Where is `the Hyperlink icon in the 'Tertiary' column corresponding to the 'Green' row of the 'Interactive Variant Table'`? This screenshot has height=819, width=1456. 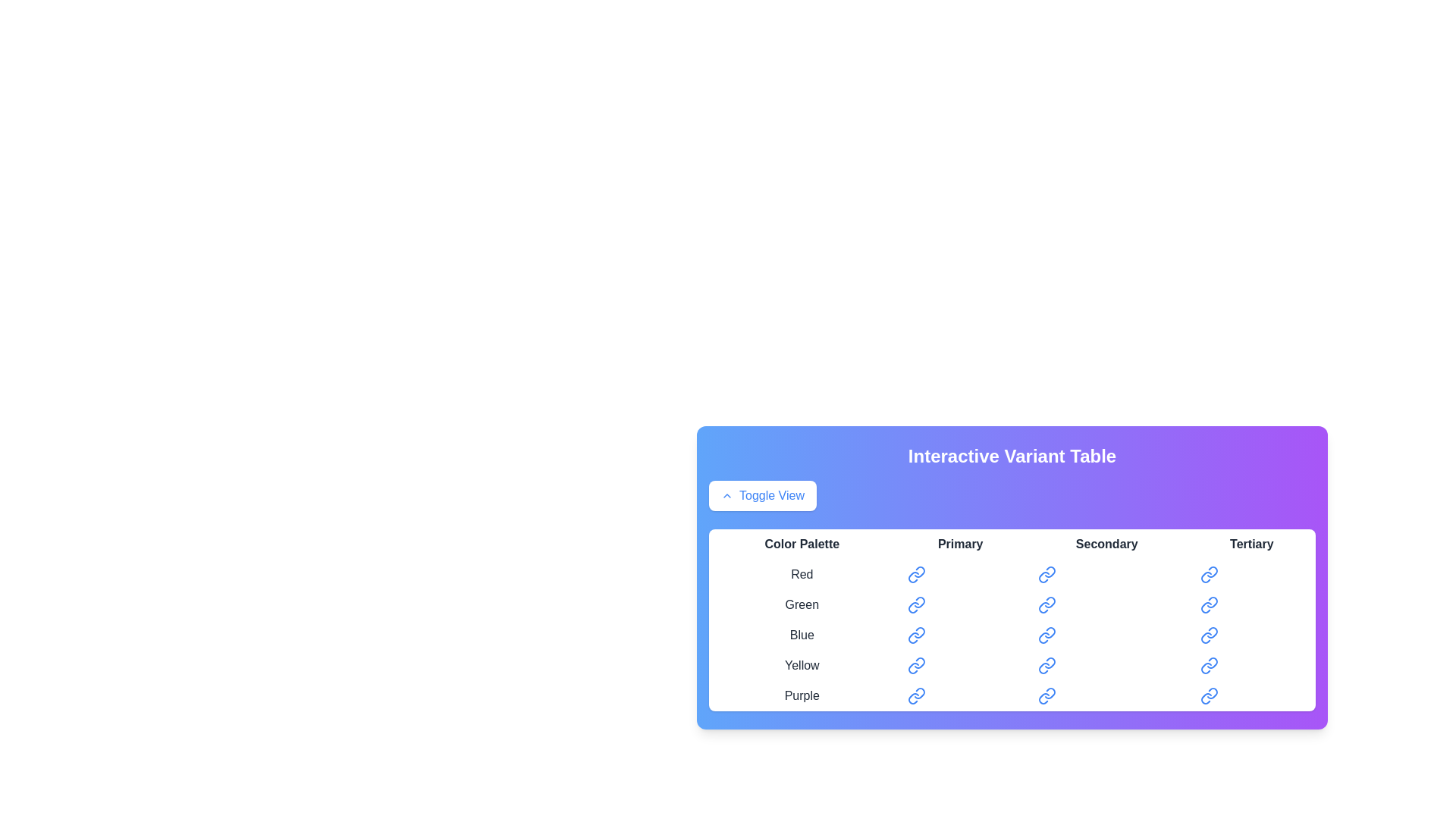 the Hyperlink icon in the 'Tertiary' column corresponding to the 'Green' row of the 'Interactive Variant Table' is located at coordinates (1208, 604).